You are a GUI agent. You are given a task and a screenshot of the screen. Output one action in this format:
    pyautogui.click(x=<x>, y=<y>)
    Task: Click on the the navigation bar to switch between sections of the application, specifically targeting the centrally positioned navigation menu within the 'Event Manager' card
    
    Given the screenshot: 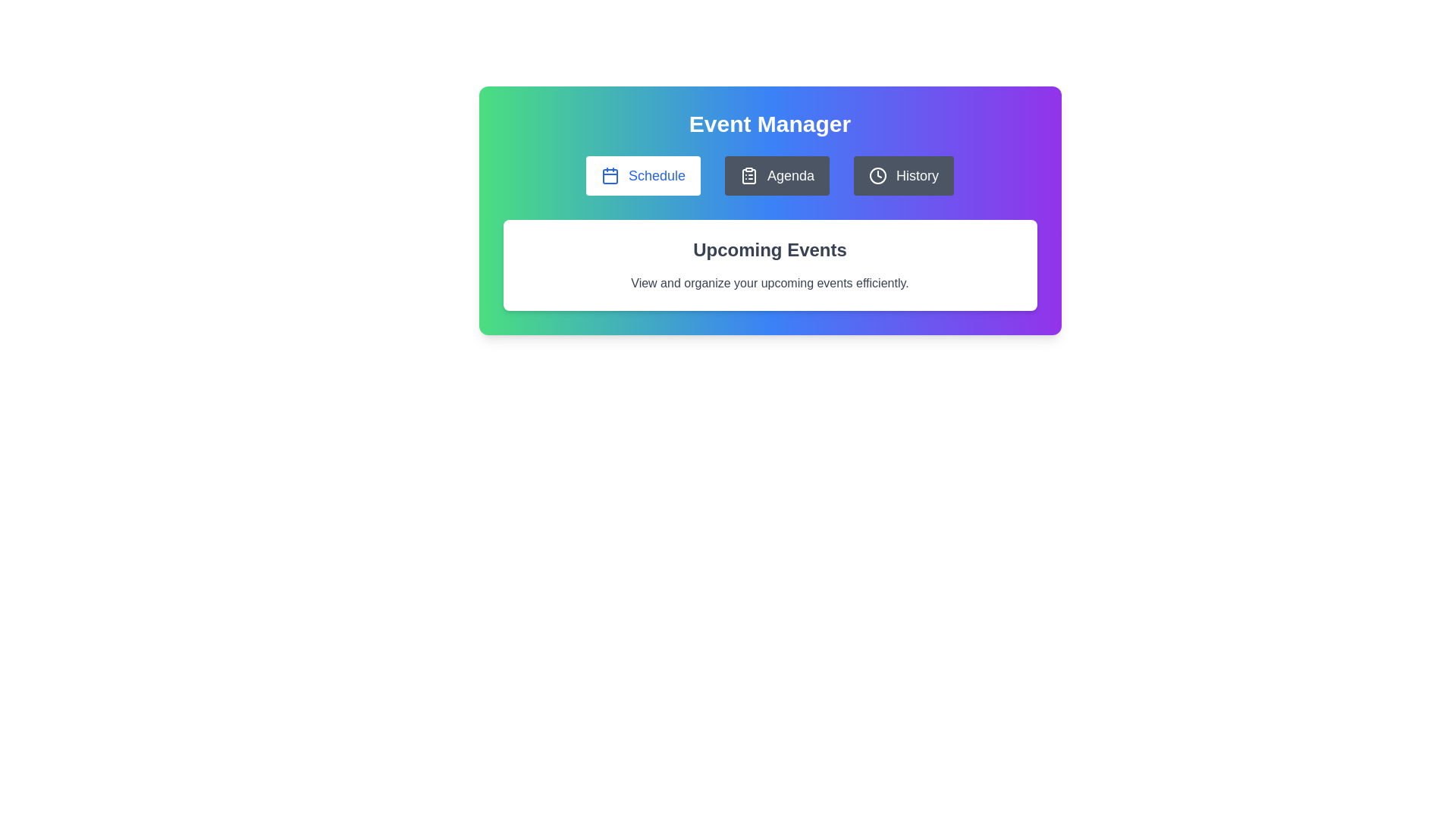 What is the action you would take?
    pyautogui.click(x=770, y=174)
    